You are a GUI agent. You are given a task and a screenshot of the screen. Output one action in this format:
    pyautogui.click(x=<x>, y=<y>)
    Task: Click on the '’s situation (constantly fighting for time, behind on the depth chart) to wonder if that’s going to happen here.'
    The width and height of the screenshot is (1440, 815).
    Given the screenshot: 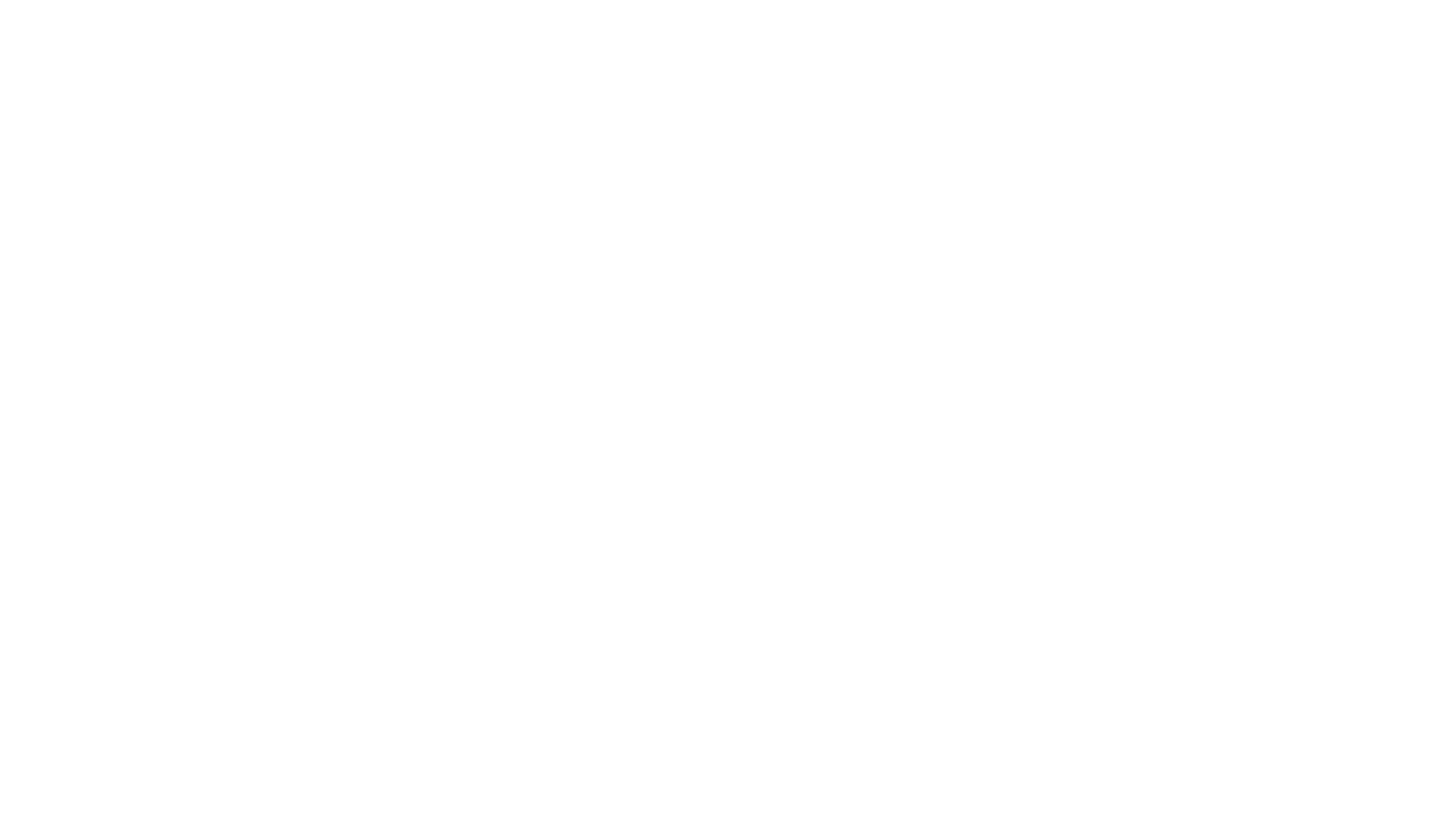 What is the action you would take?
    pyautogui.click(x=518, y=154)
    